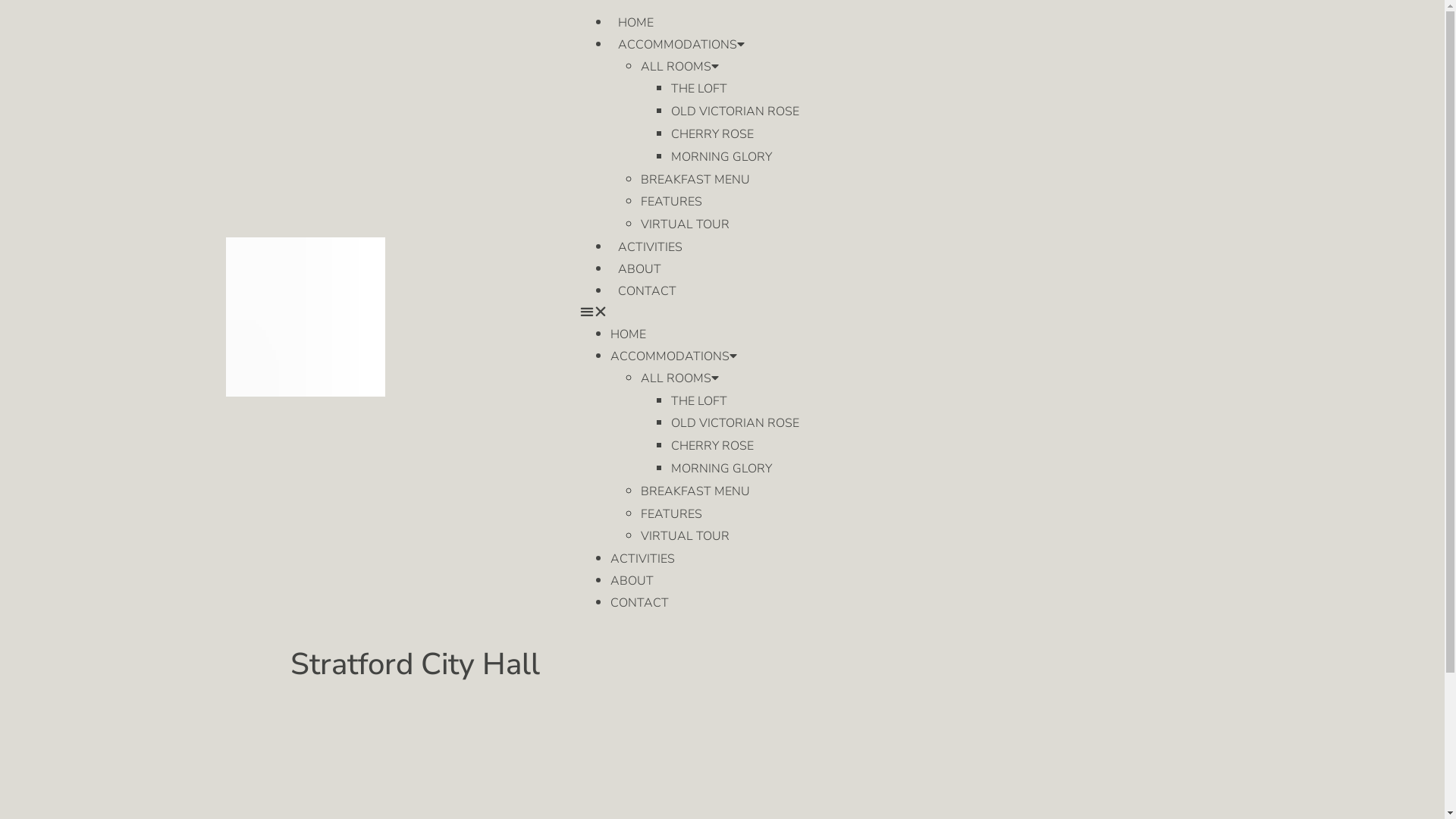  Describe the element at coordinates (610, 43) in the screenshot. I see `'ACCOMMODATIONS'` at that location.